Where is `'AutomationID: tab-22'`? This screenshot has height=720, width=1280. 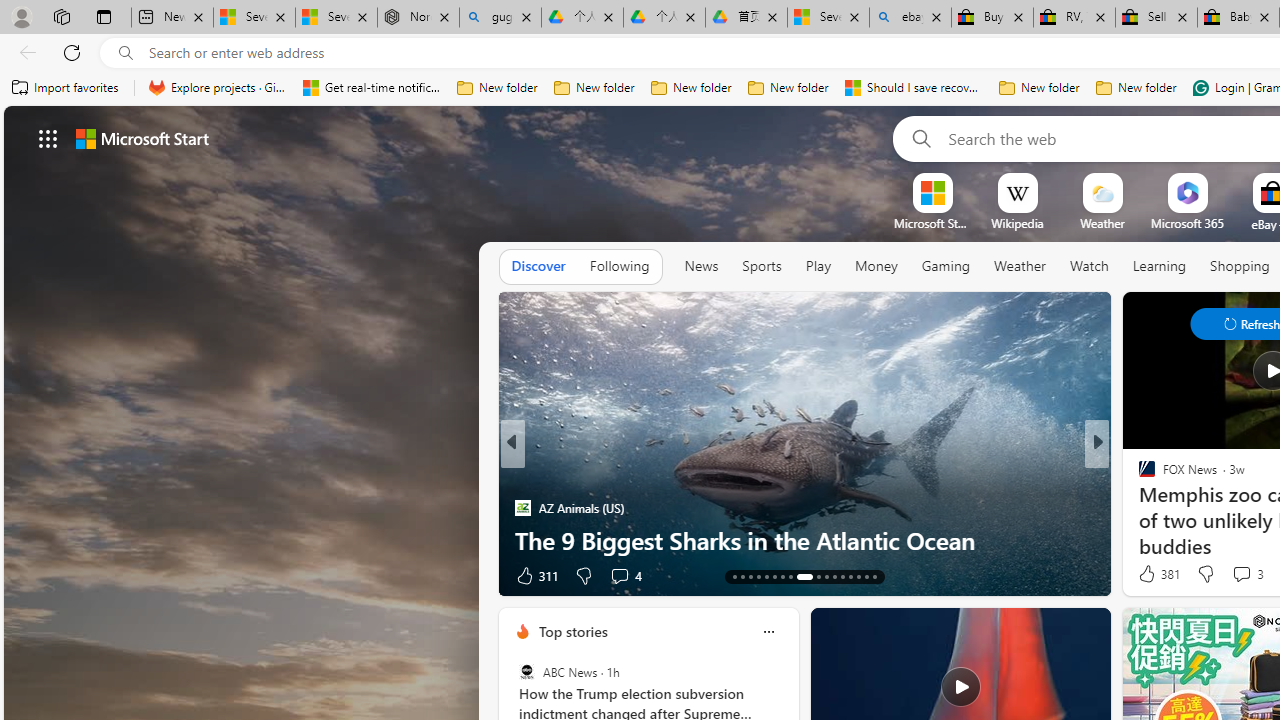 'AutomationID: tab-22' is located at coordinates (812, 577).